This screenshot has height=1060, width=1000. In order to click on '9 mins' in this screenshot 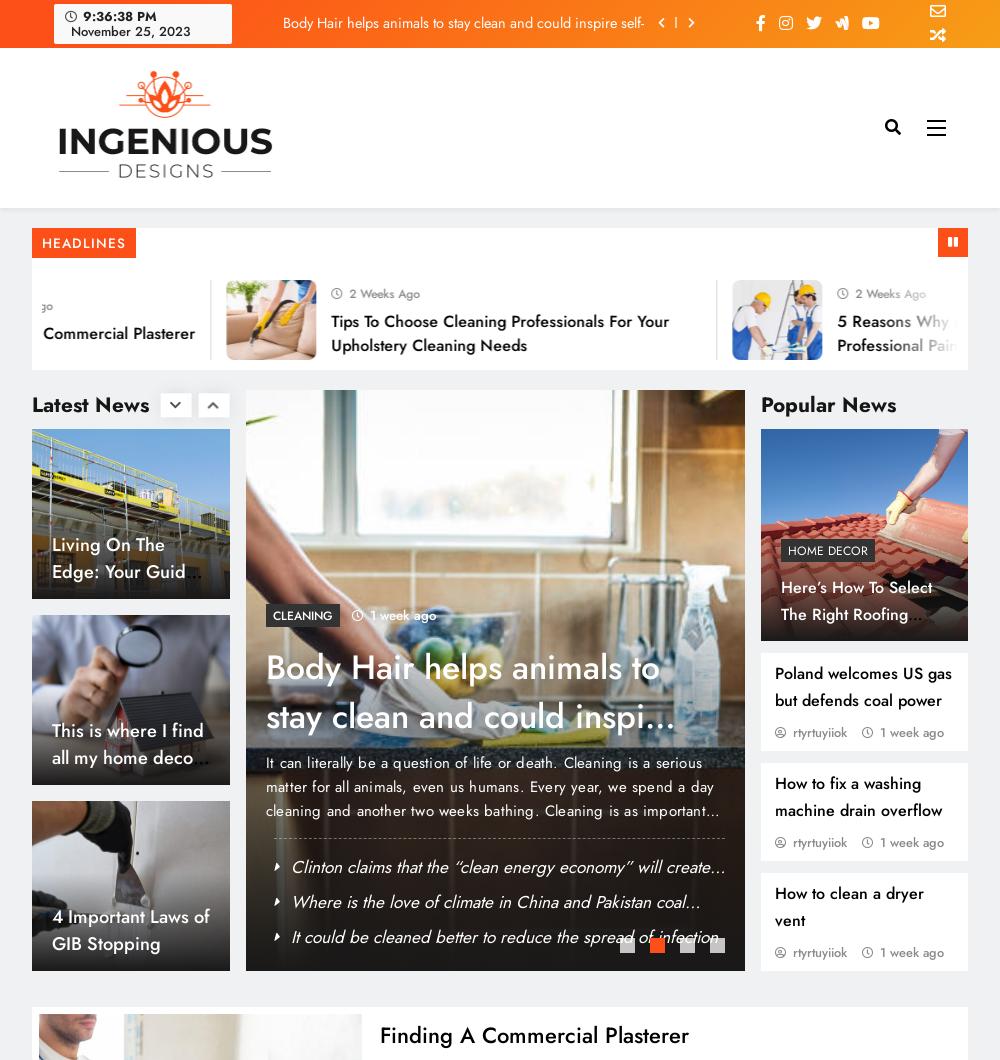, I will do `click(638, 127)`.